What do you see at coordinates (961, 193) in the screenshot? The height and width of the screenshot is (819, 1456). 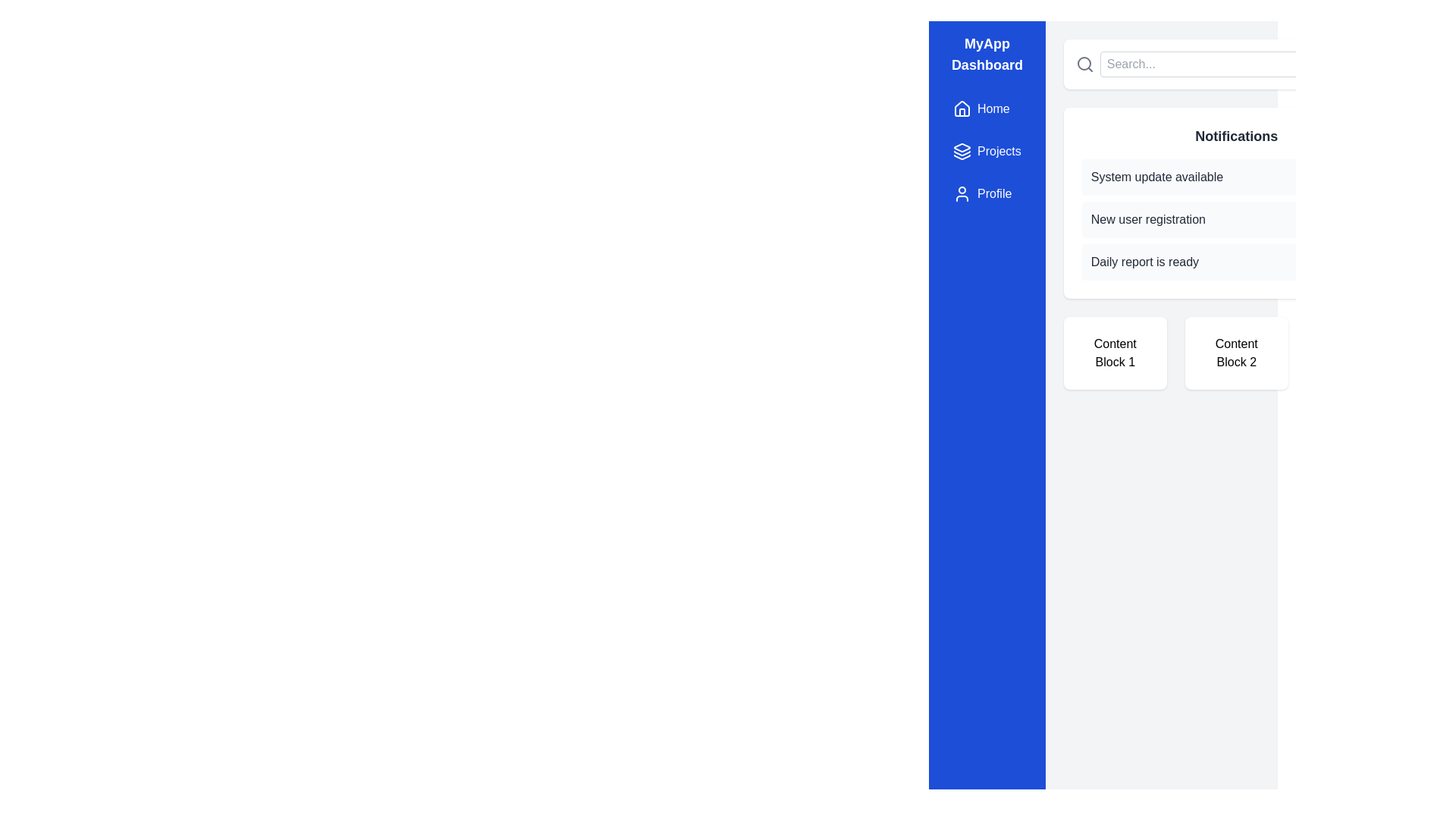 I see `the 'Profile' icon in the sidebar, which visually represents the 'Profile' section and is located next to the 'Profile' label` at bounding box center [961, 193].